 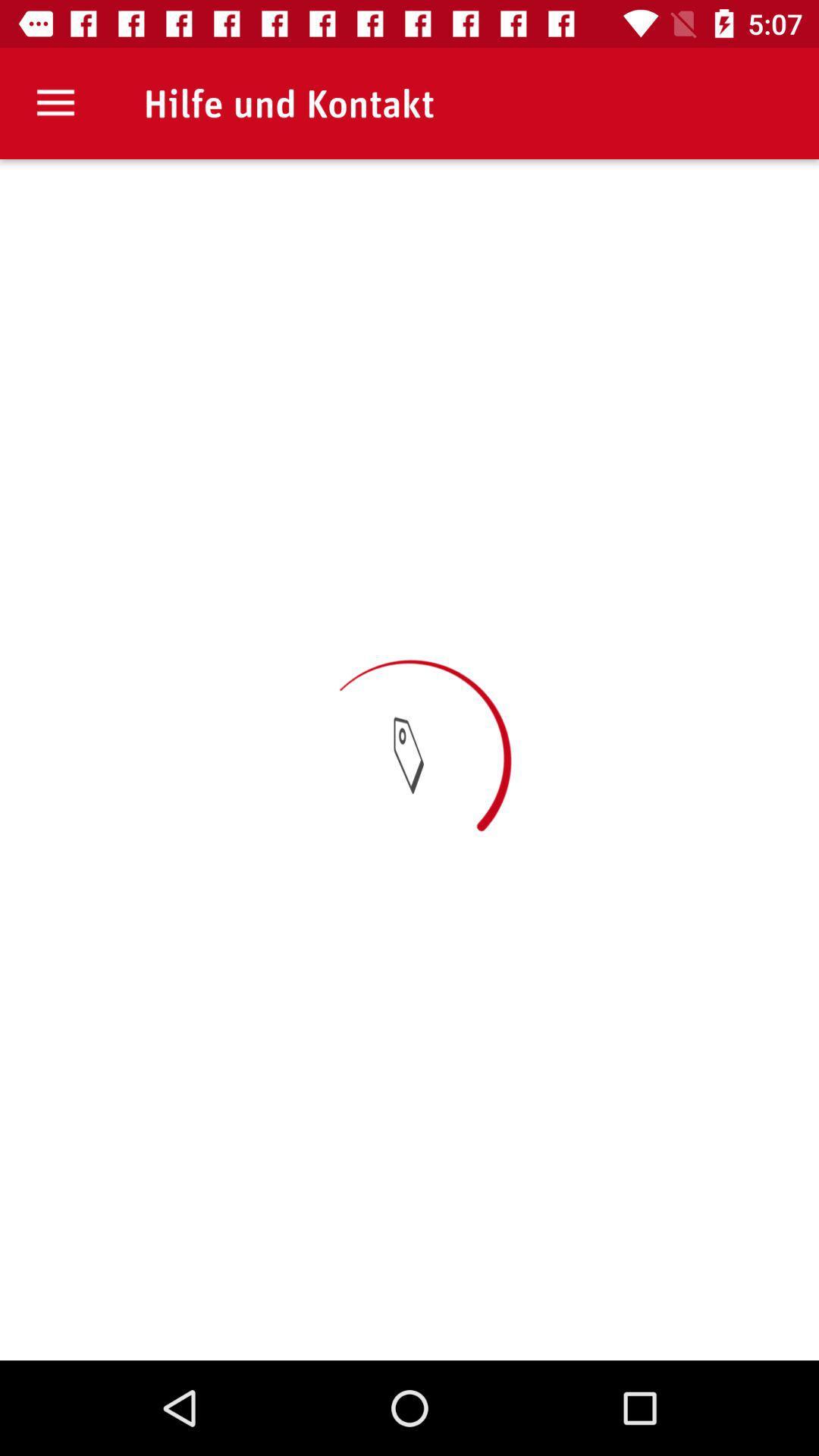 I want to click on item at the top left corner, so click(x=55, y=102).